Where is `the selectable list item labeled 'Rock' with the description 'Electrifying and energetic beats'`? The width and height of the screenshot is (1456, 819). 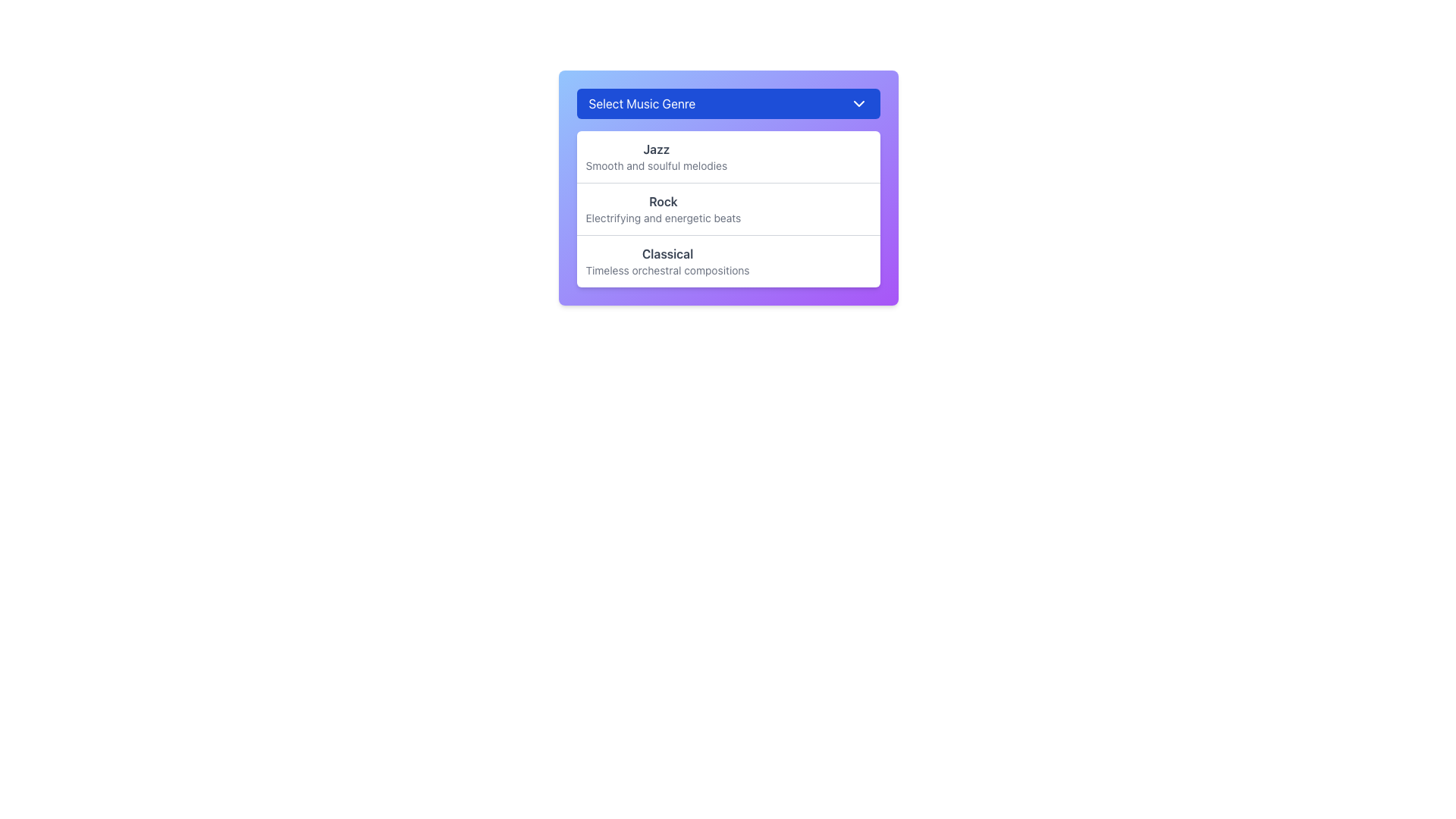
the selectable list item labeled 'Rock' with the description 'Electrifying and energetic beats' is located at coordinates (728, 209).